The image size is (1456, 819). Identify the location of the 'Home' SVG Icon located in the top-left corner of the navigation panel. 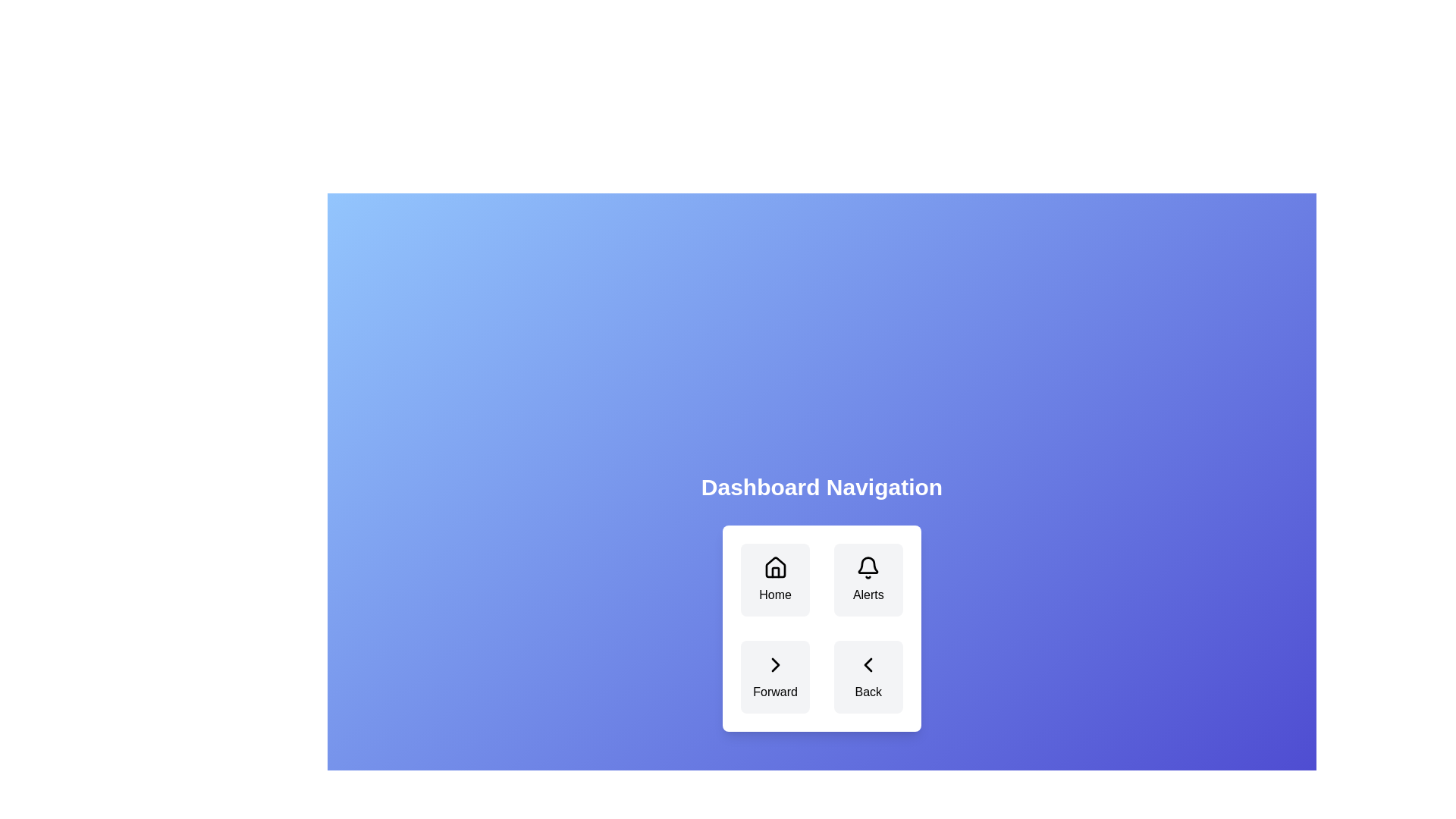
(775, 567).